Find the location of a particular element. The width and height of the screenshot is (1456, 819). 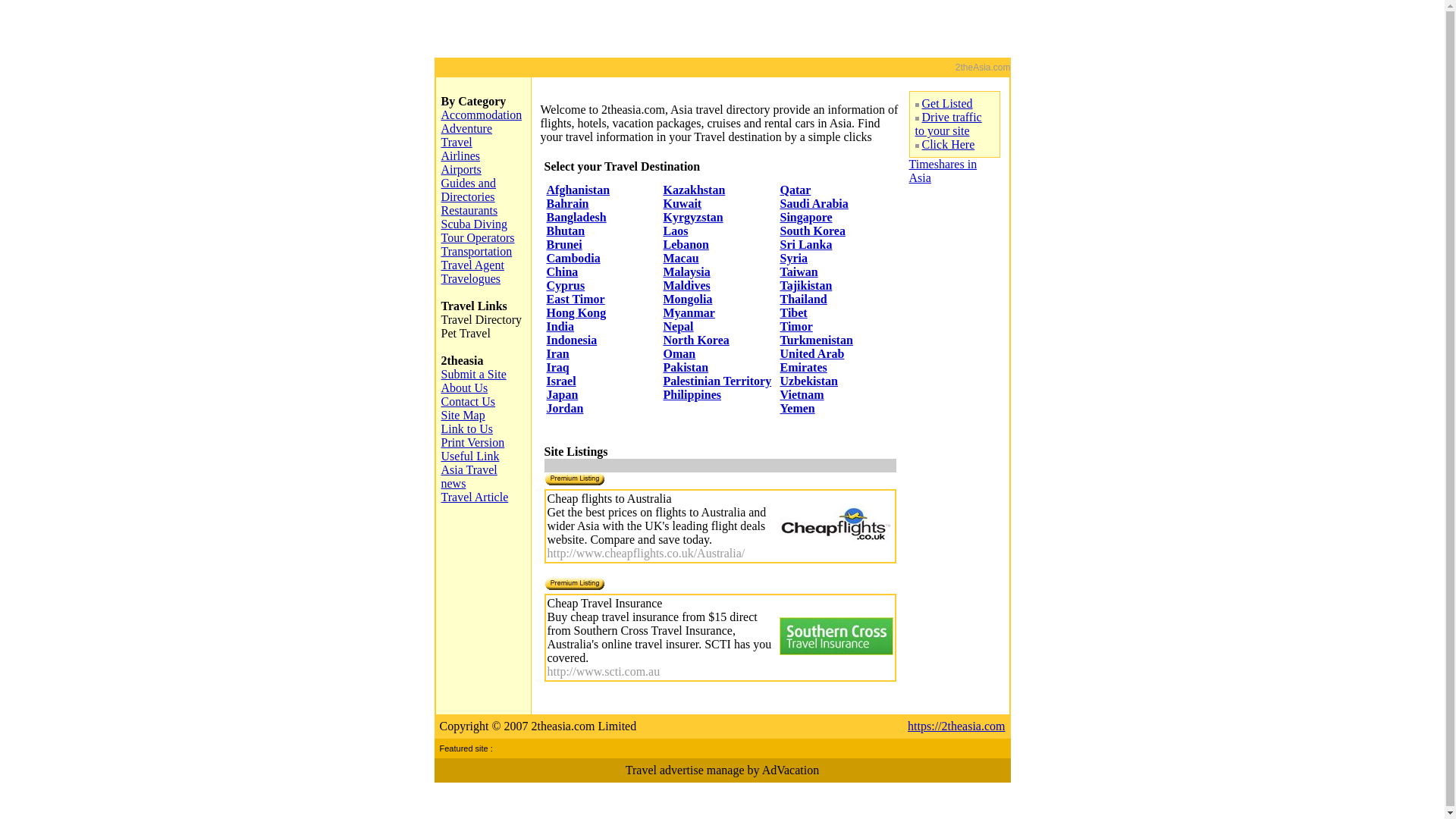

'Airlines' is located at coordinates (460, 155).